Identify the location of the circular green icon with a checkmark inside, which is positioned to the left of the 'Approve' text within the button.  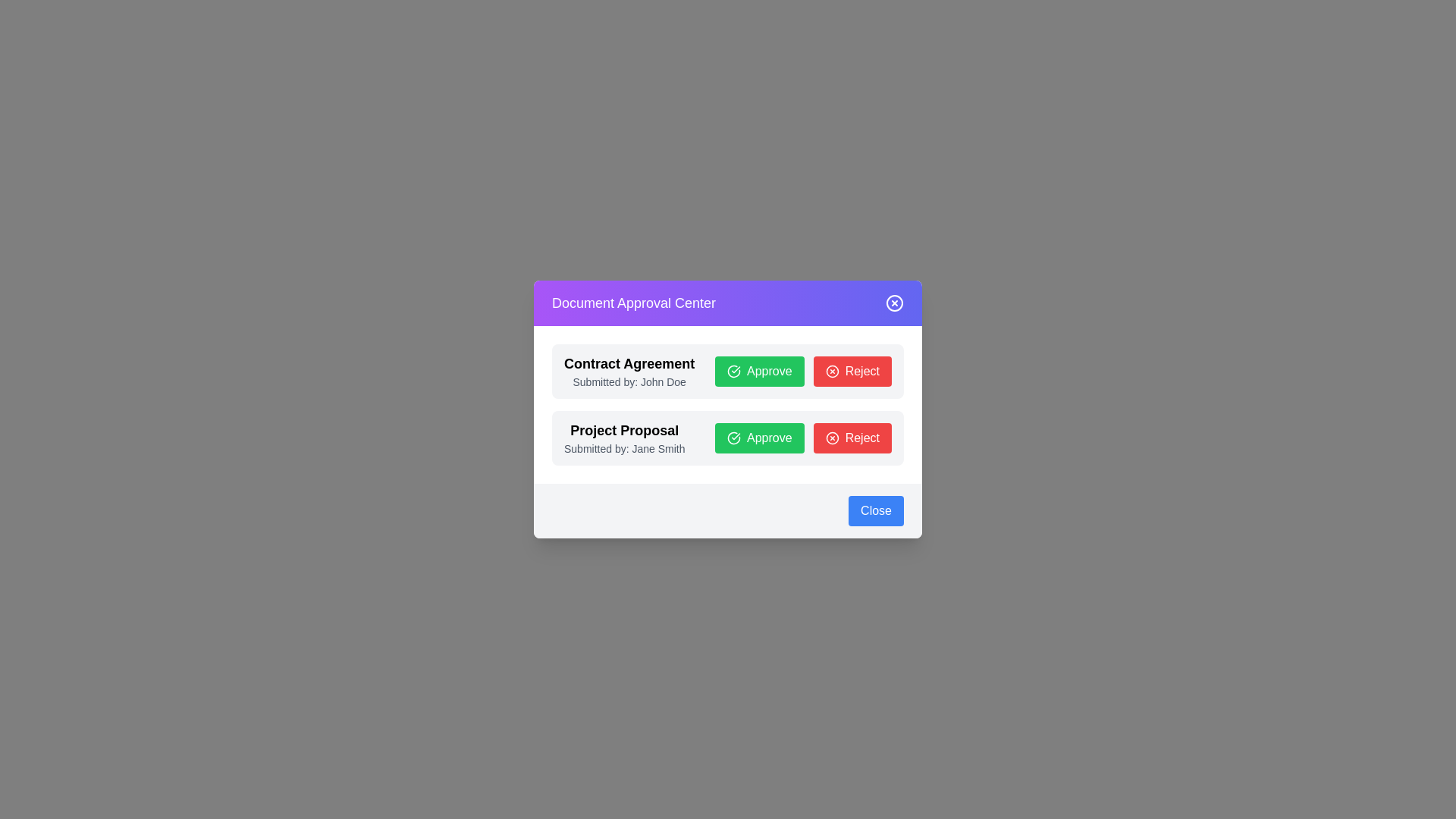
(734, 371).